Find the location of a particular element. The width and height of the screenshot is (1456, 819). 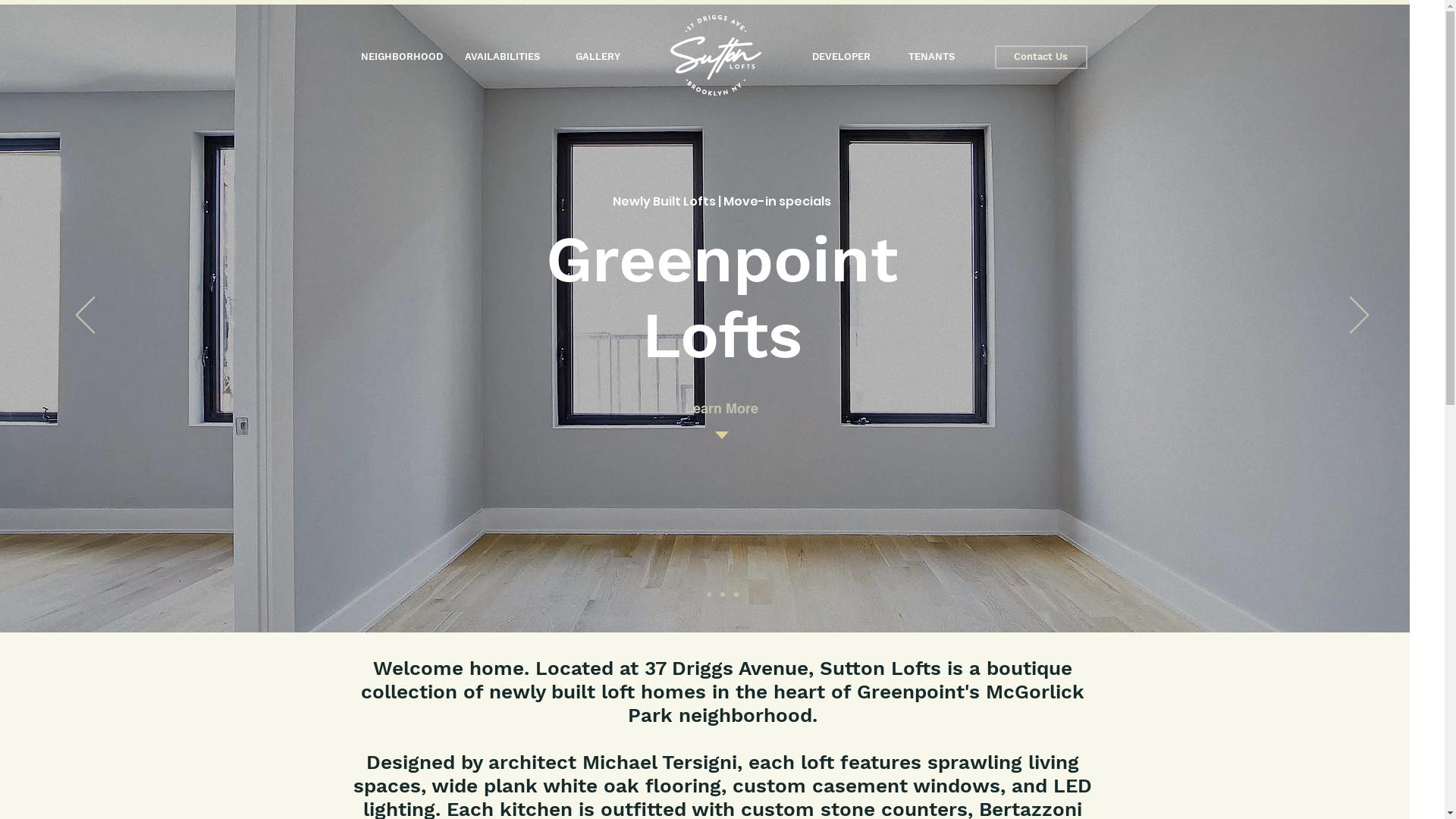

'Learn More' is located at coordinates (720, 407).